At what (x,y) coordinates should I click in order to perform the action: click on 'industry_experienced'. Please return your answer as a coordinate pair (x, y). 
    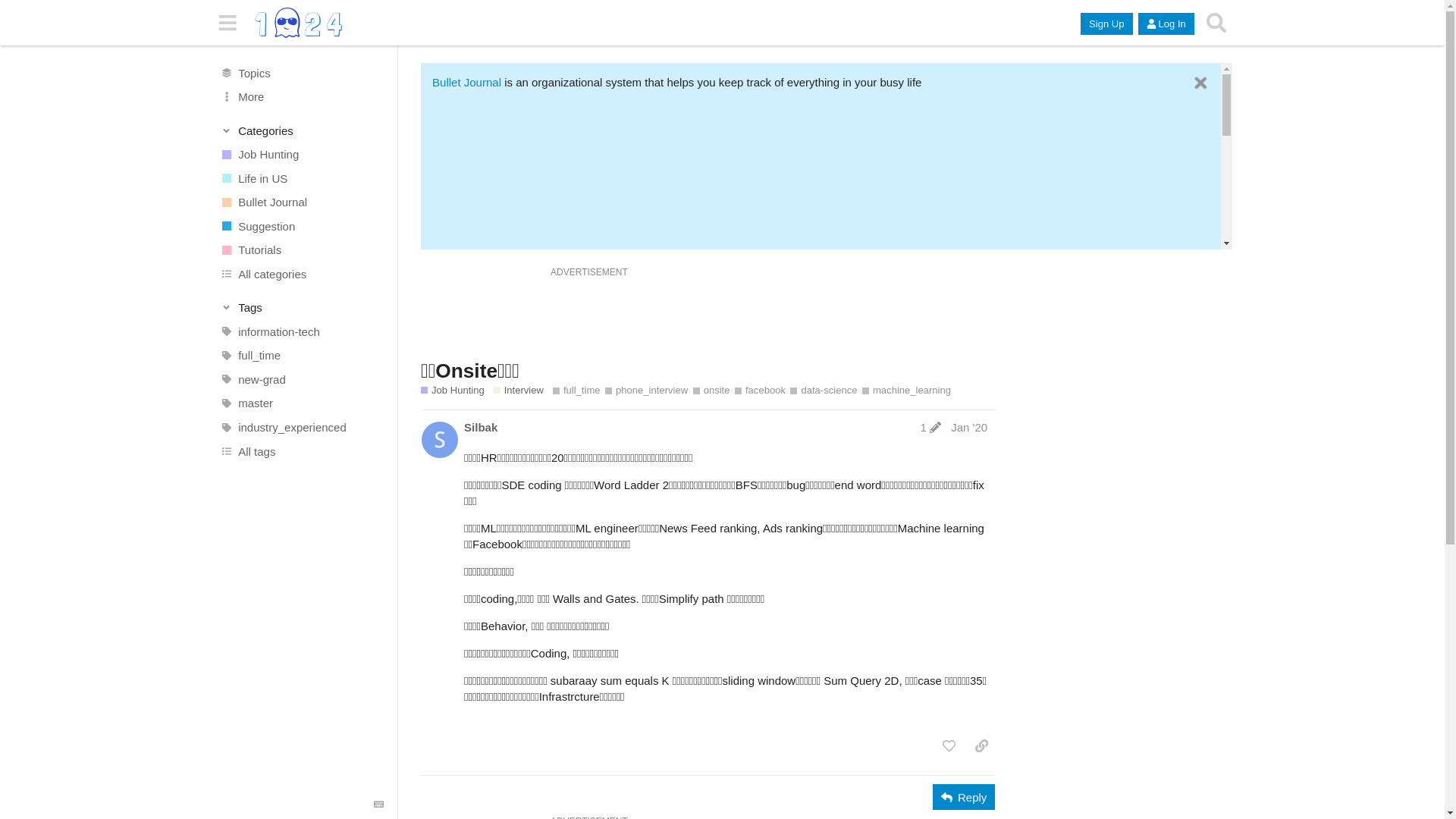
    Looking at the image, I should click on (301, 427).